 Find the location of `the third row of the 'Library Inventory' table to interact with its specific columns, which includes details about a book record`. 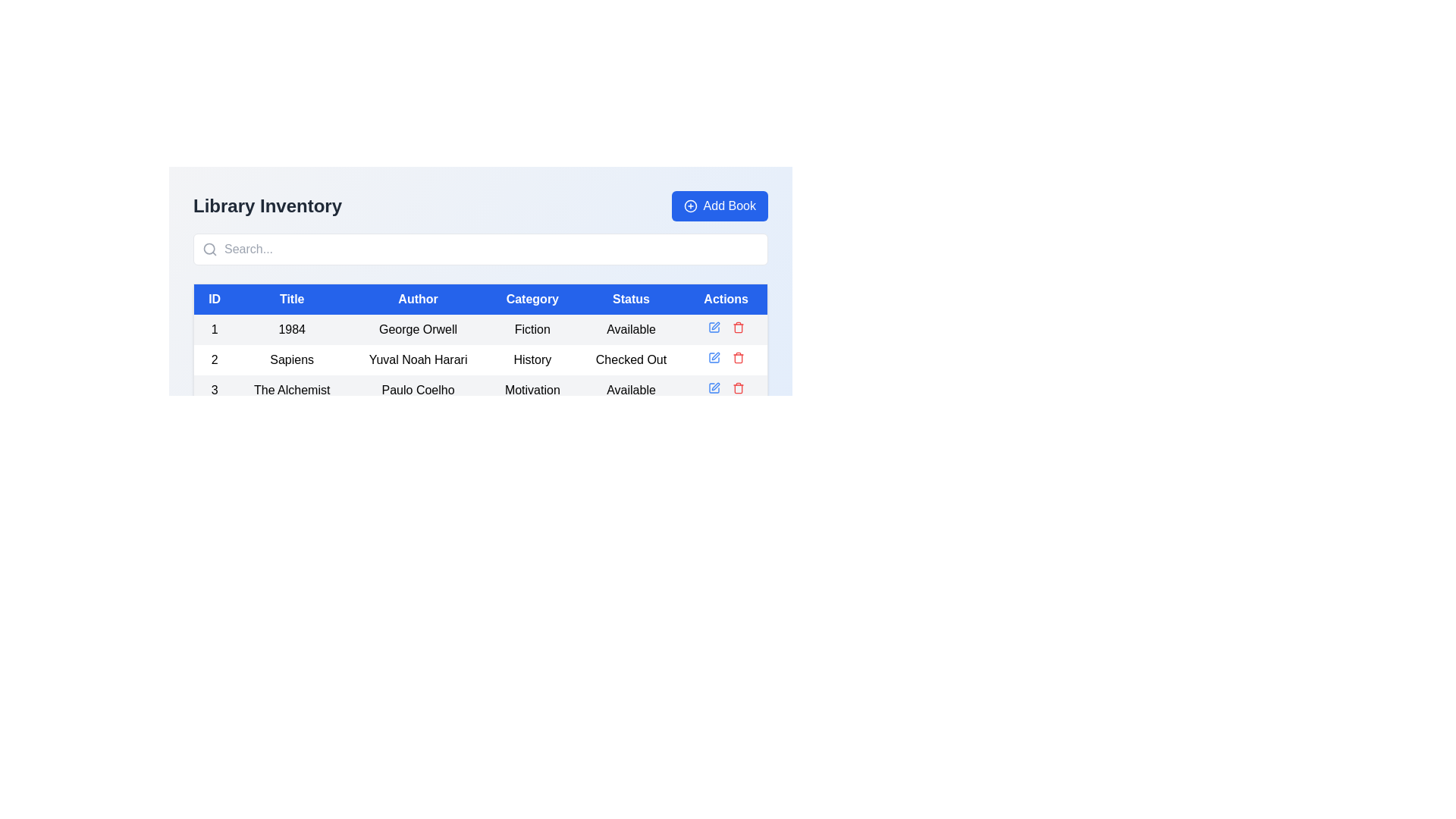

the third row of the 'Library Inventory' table to interact with its specific columns, which includes details about a book record is located at coordinates (479, 390).